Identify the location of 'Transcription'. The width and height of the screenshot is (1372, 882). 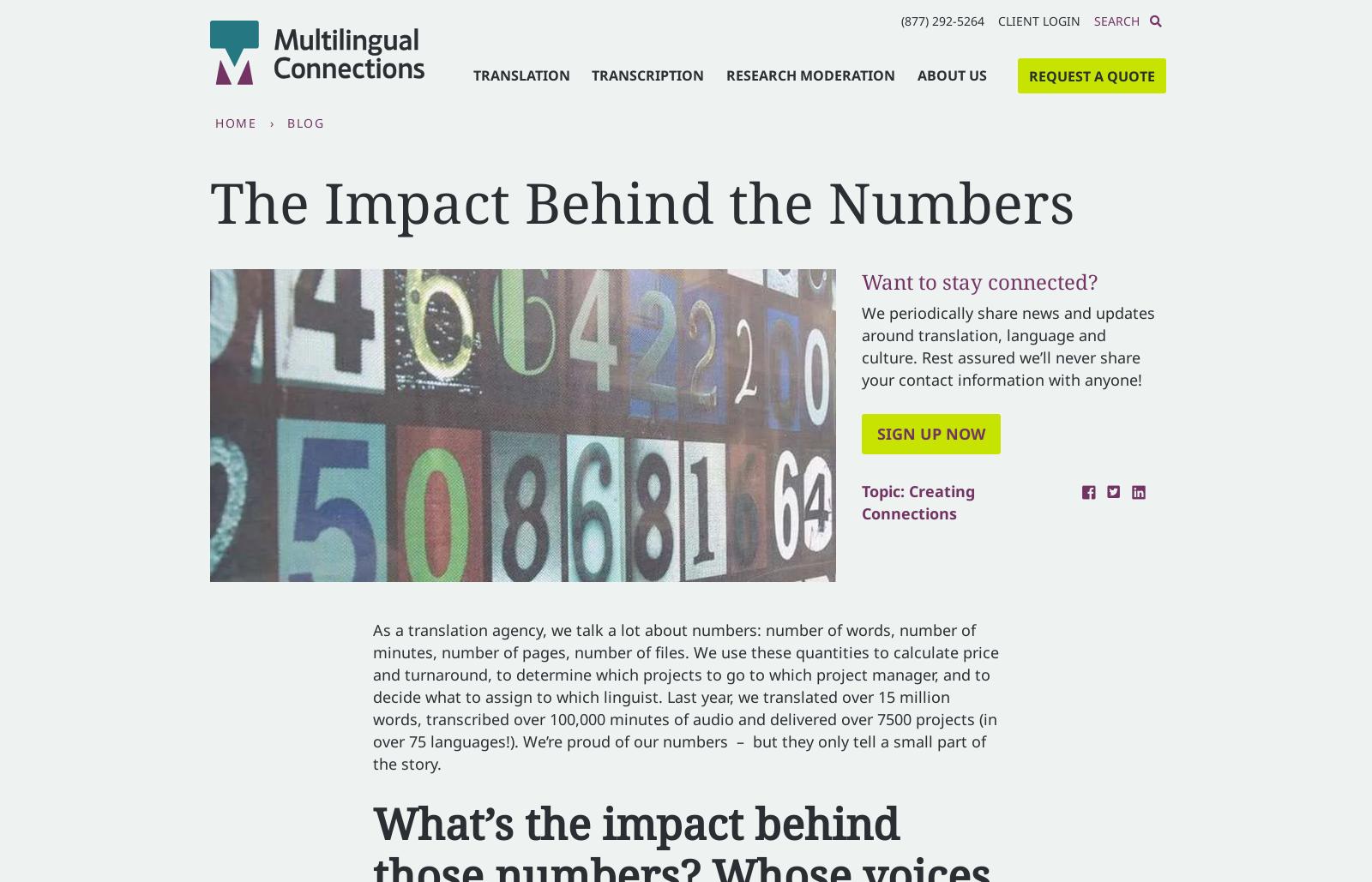
(647, 74).